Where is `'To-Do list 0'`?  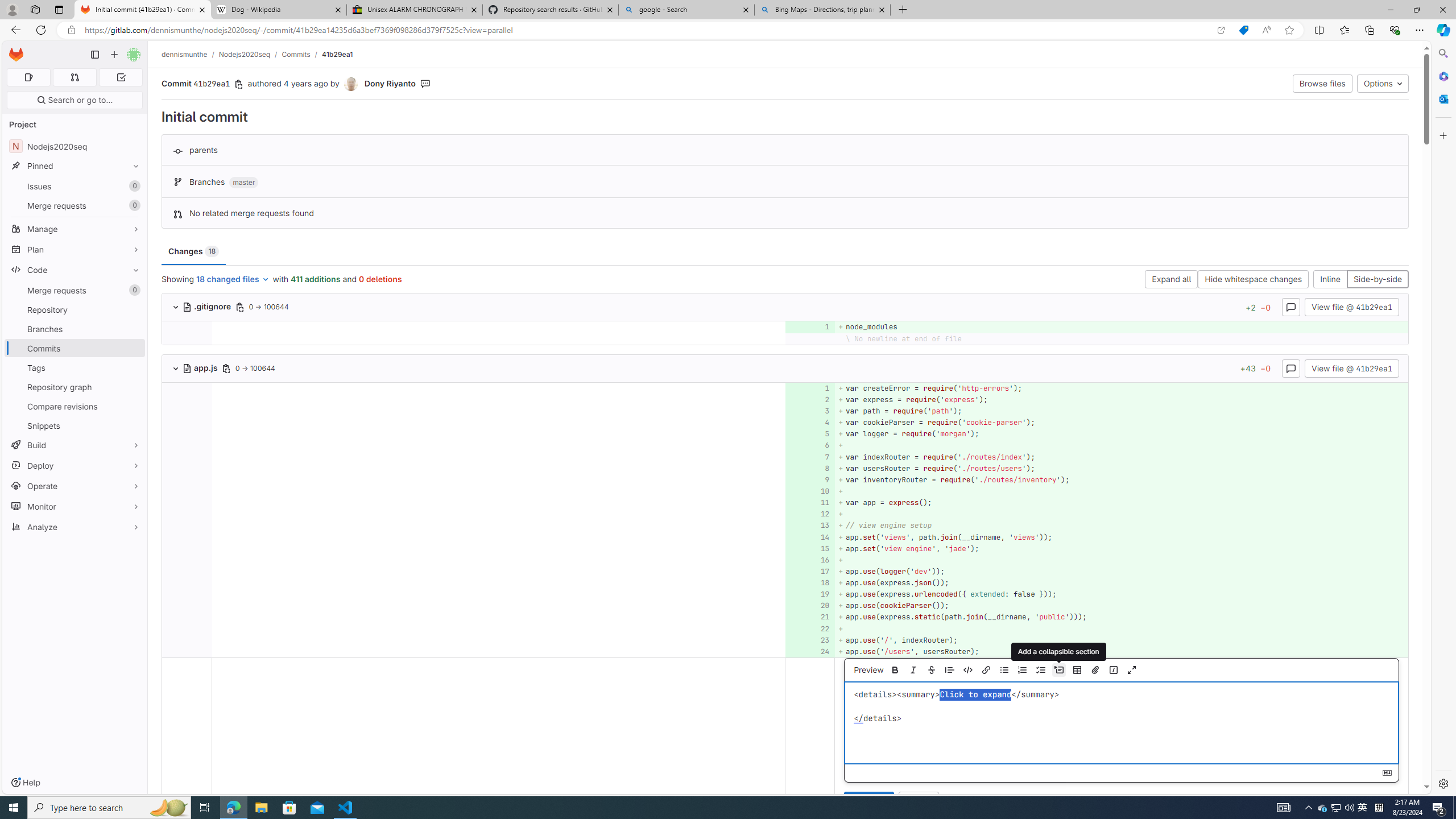 'To-Do list 0' is located at coordinates (120, 77).